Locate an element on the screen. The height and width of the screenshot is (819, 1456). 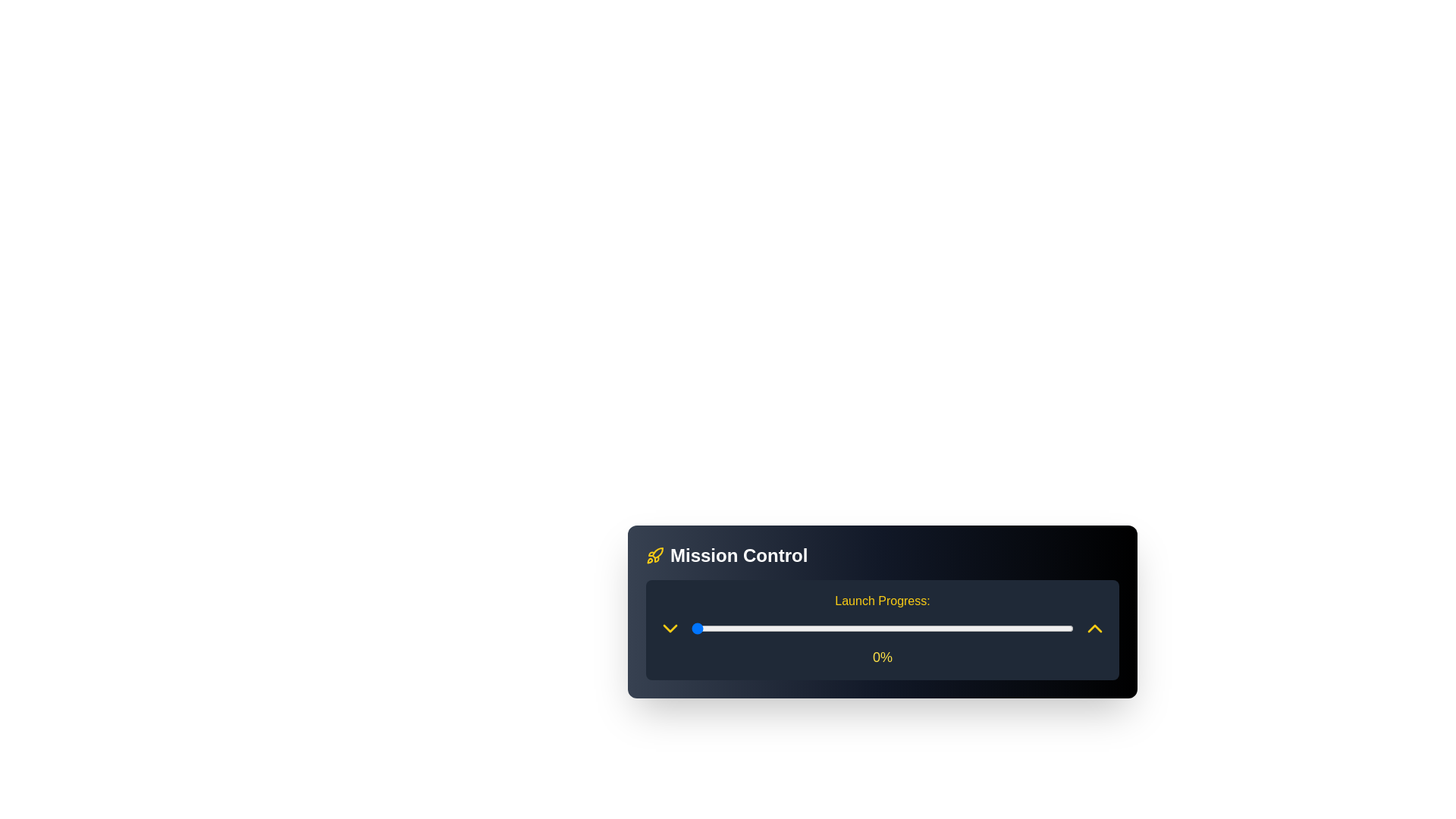
the slider to set the launch progress to 88% is located at coordinates (1028, 629).